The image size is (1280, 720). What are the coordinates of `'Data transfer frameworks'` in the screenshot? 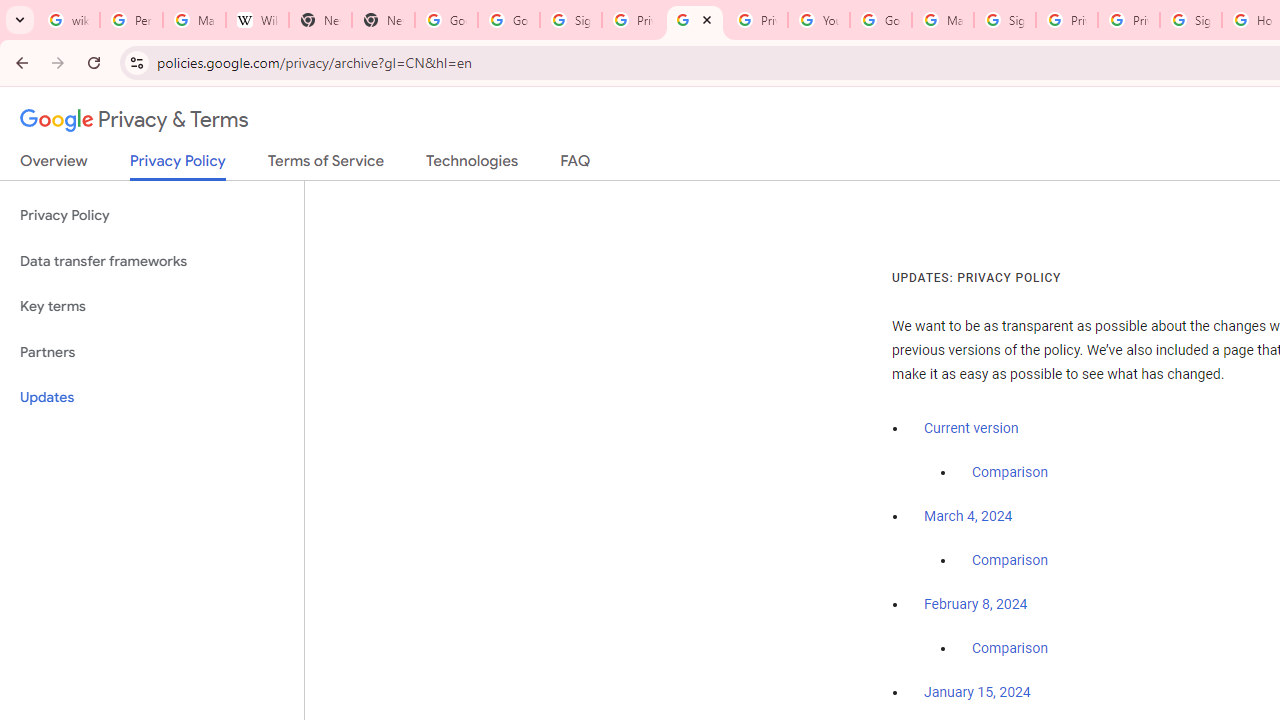 It's located at (151, 260).